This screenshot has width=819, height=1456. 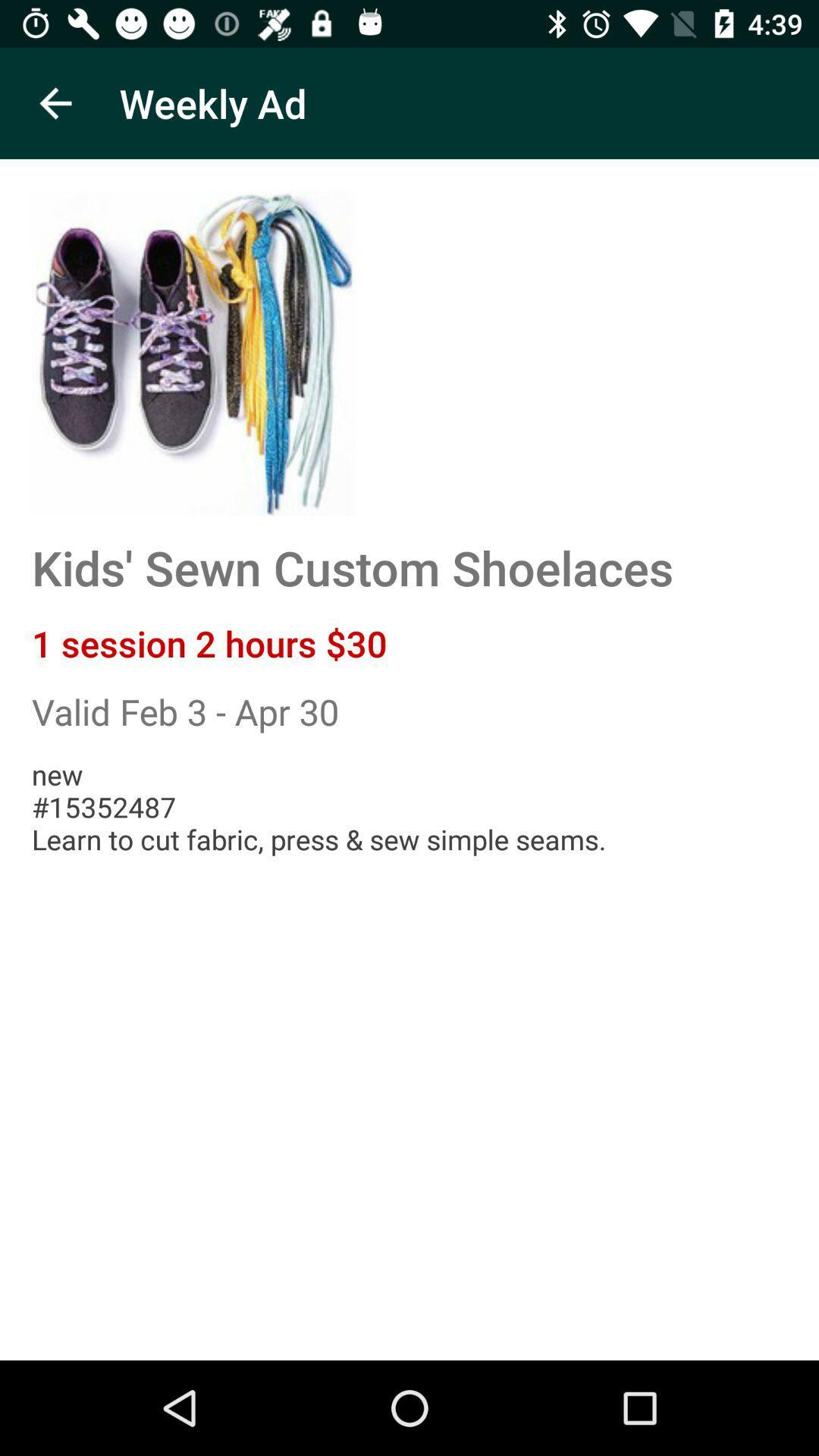 I want to click on app next to weekly ad, so click(x=55, y=102).